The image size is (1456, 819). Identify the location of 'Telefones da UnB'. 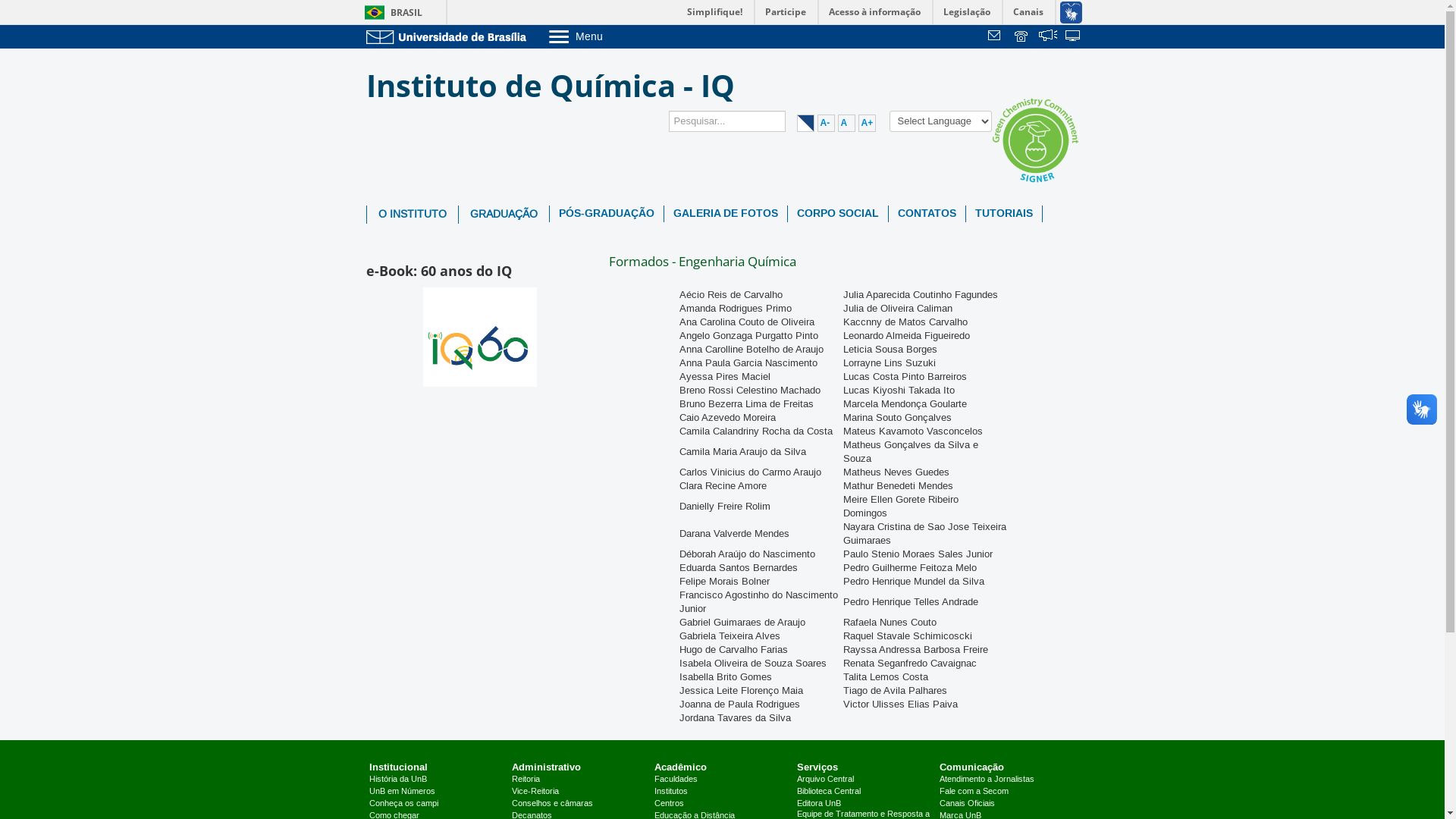
(1022, 36).